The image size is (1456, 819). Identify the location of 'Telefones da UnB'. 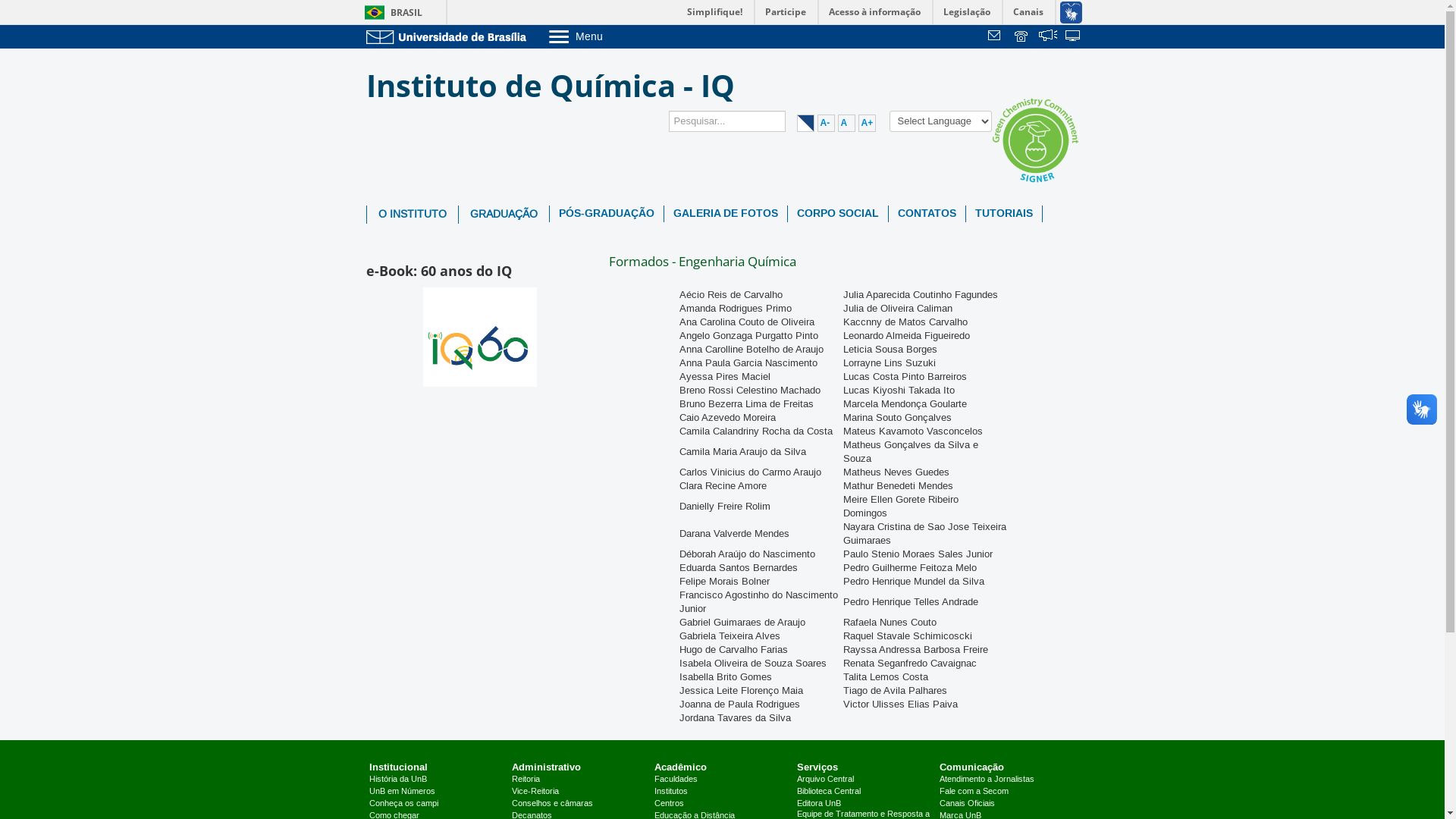
(1022, 36).